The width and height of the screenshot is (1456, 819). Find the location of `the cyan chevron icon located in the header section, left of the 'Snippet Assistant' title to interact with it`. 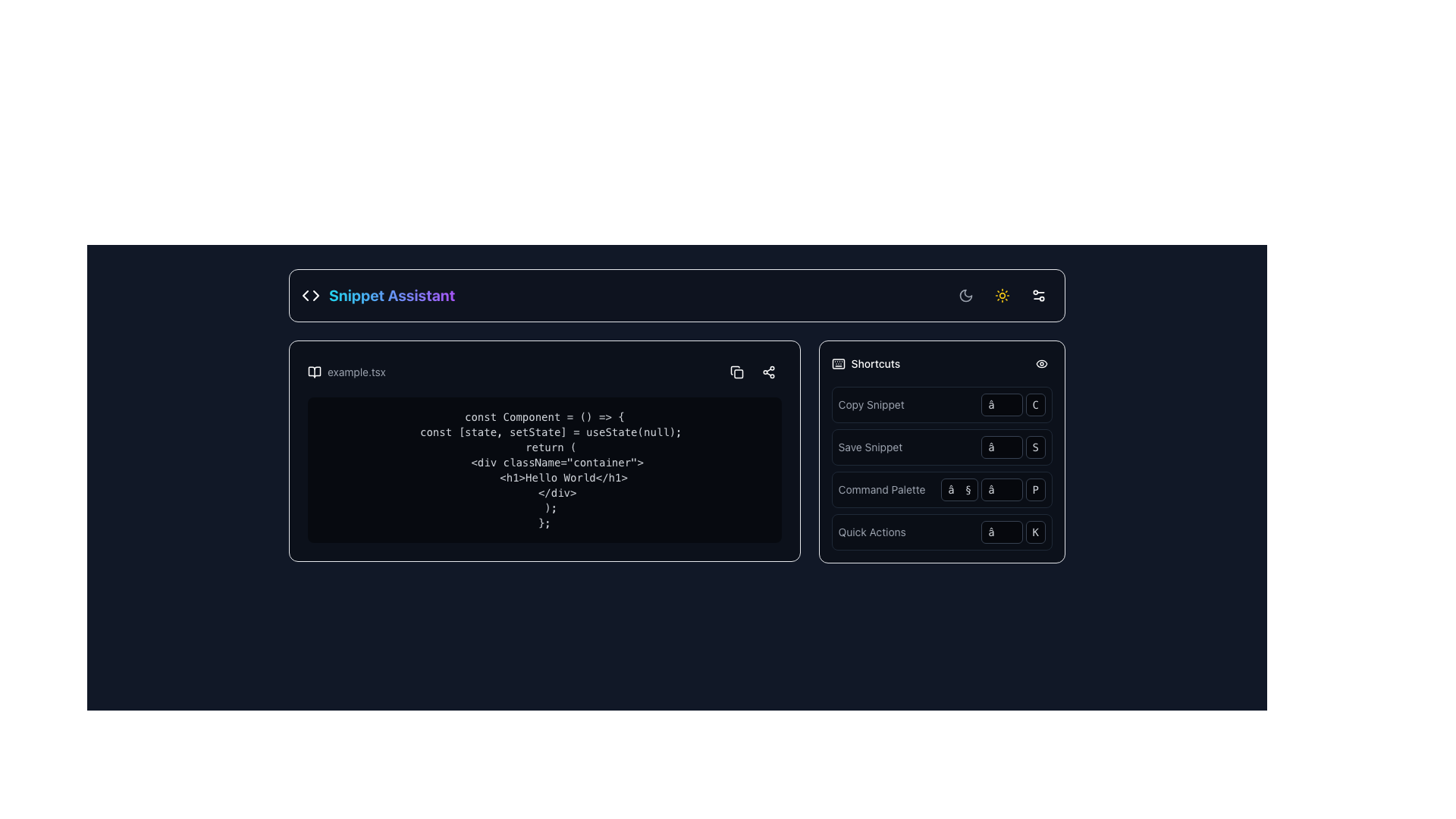

the cyan chevron icon located in the header section, left of the 'Snippet Assistant' title to interact with it is located at coordinates (309, 295).